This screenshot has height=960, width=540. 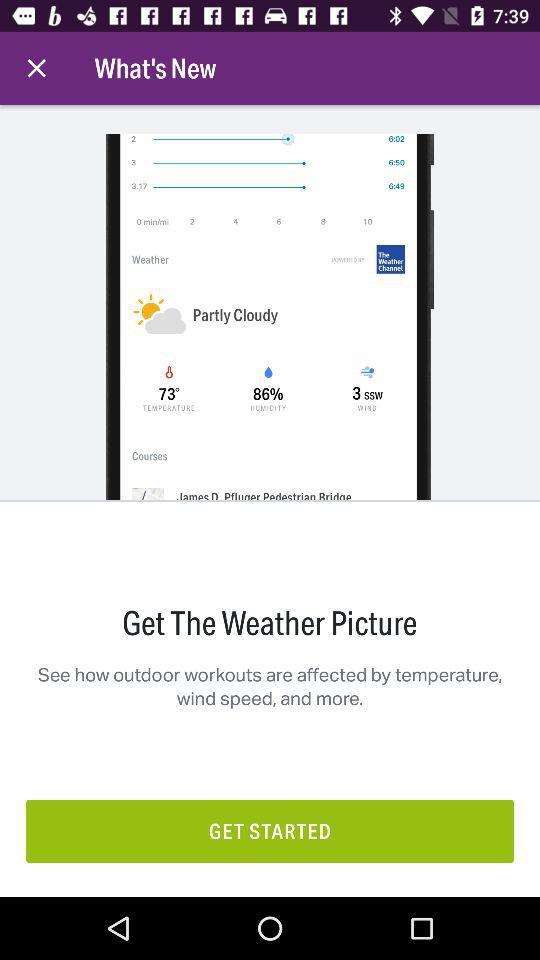 I want to click on icon to the left of what's new item, so click(x=36, y=68).